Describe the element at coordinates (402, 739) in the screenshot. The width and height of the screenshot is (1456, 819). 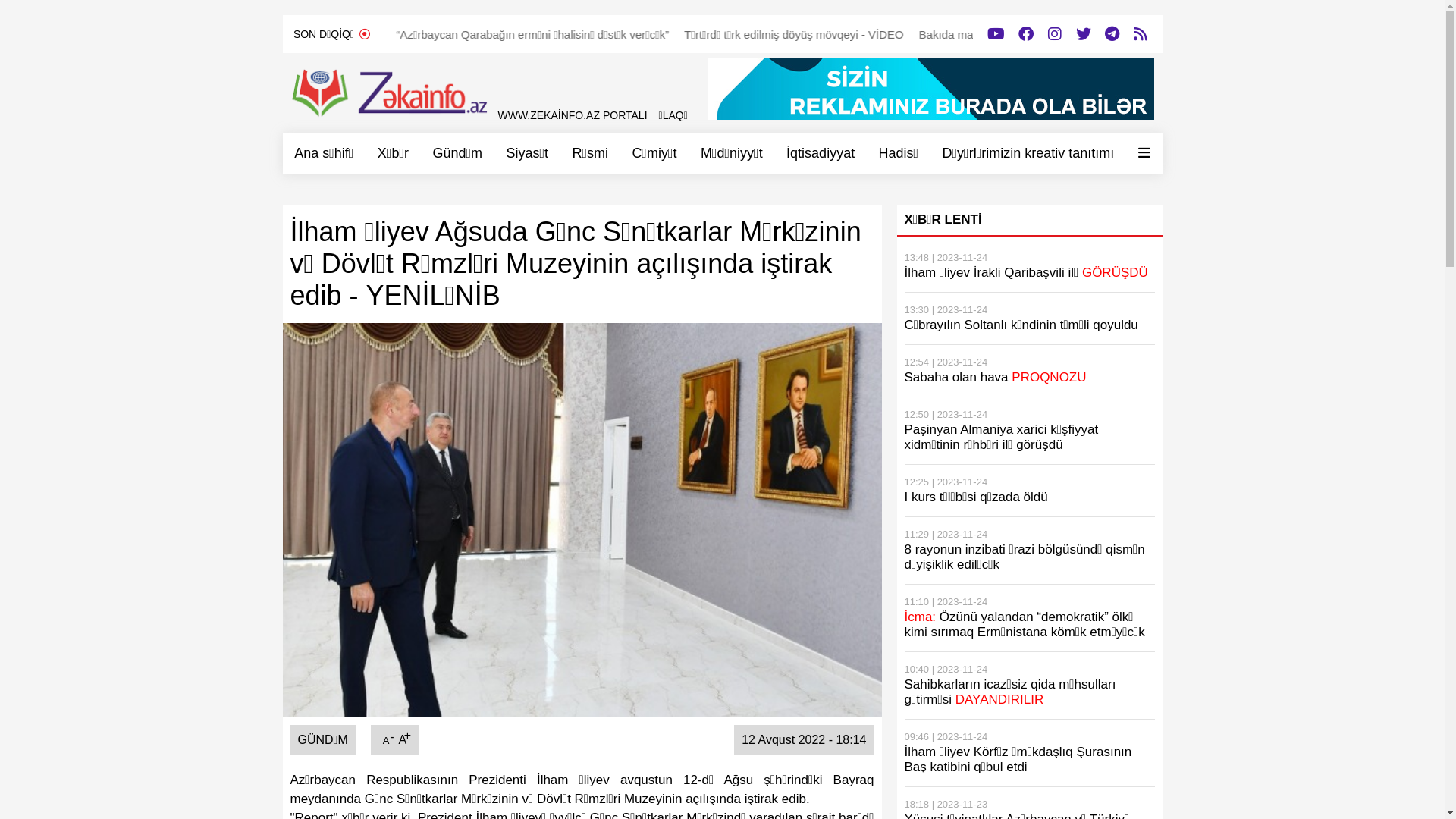
I see `'A` at that location.